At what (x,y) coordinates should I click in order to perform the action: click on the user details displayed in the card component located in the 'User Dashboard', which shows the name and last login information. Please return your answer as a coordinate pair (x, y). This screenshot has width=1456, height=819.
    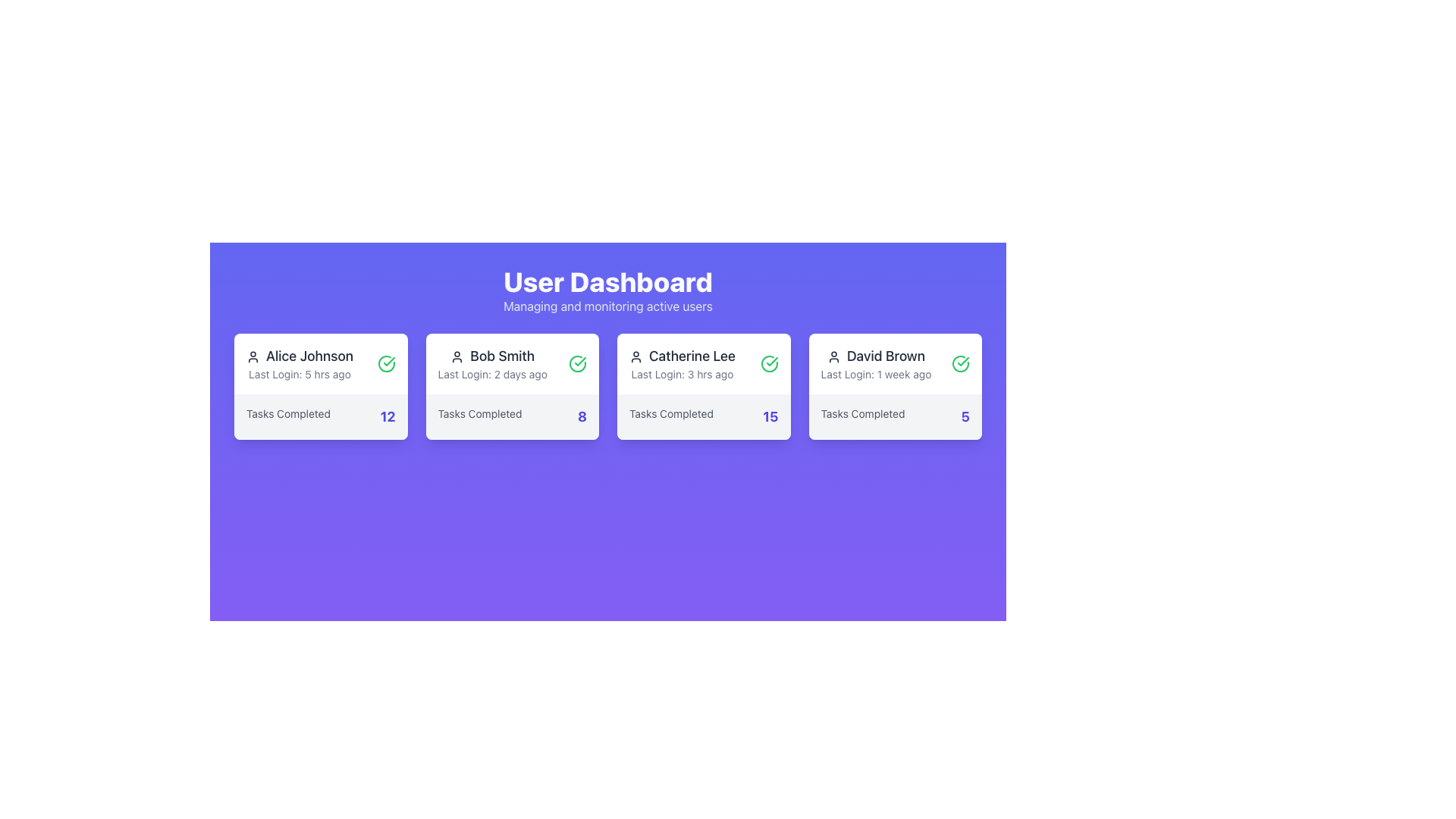
    Looking at the image, I should click on (895, 363).